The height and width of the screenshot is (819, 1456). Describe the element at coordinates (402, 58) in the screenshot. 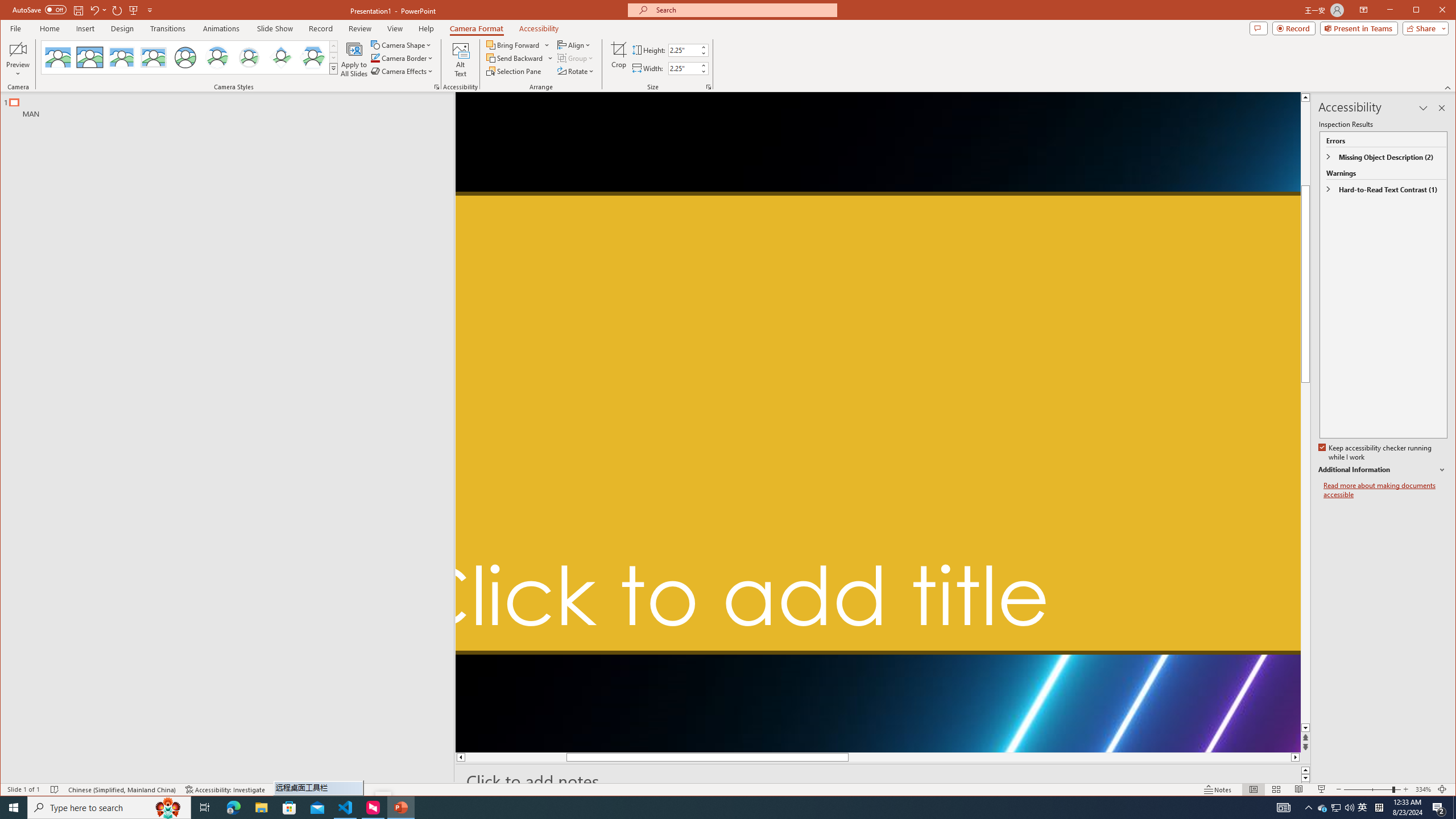

I see `'Camera Border'` at that location.